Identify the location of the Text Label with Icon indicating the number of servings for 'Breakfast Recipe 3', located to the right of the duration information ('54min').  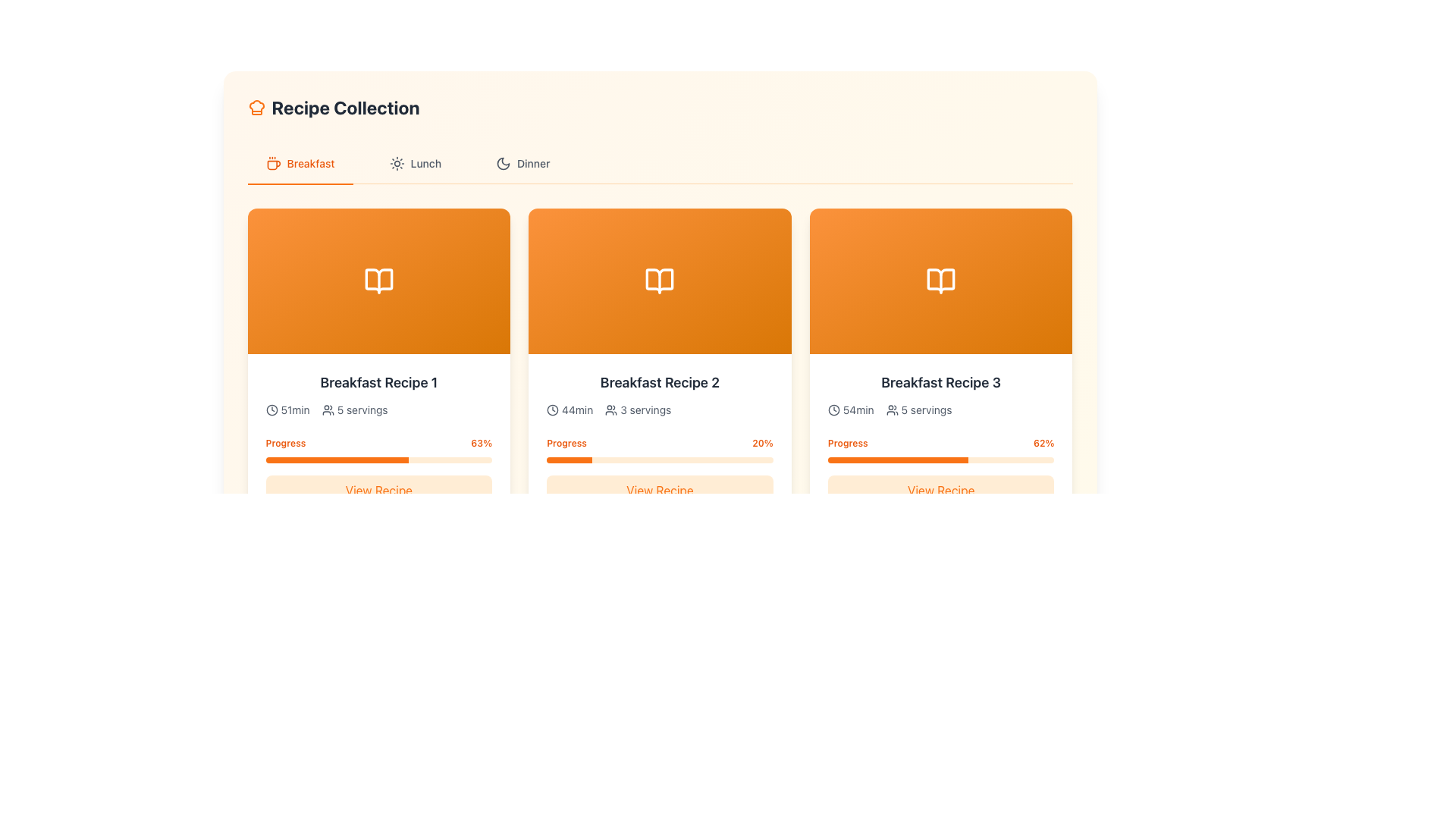
(918, 409).